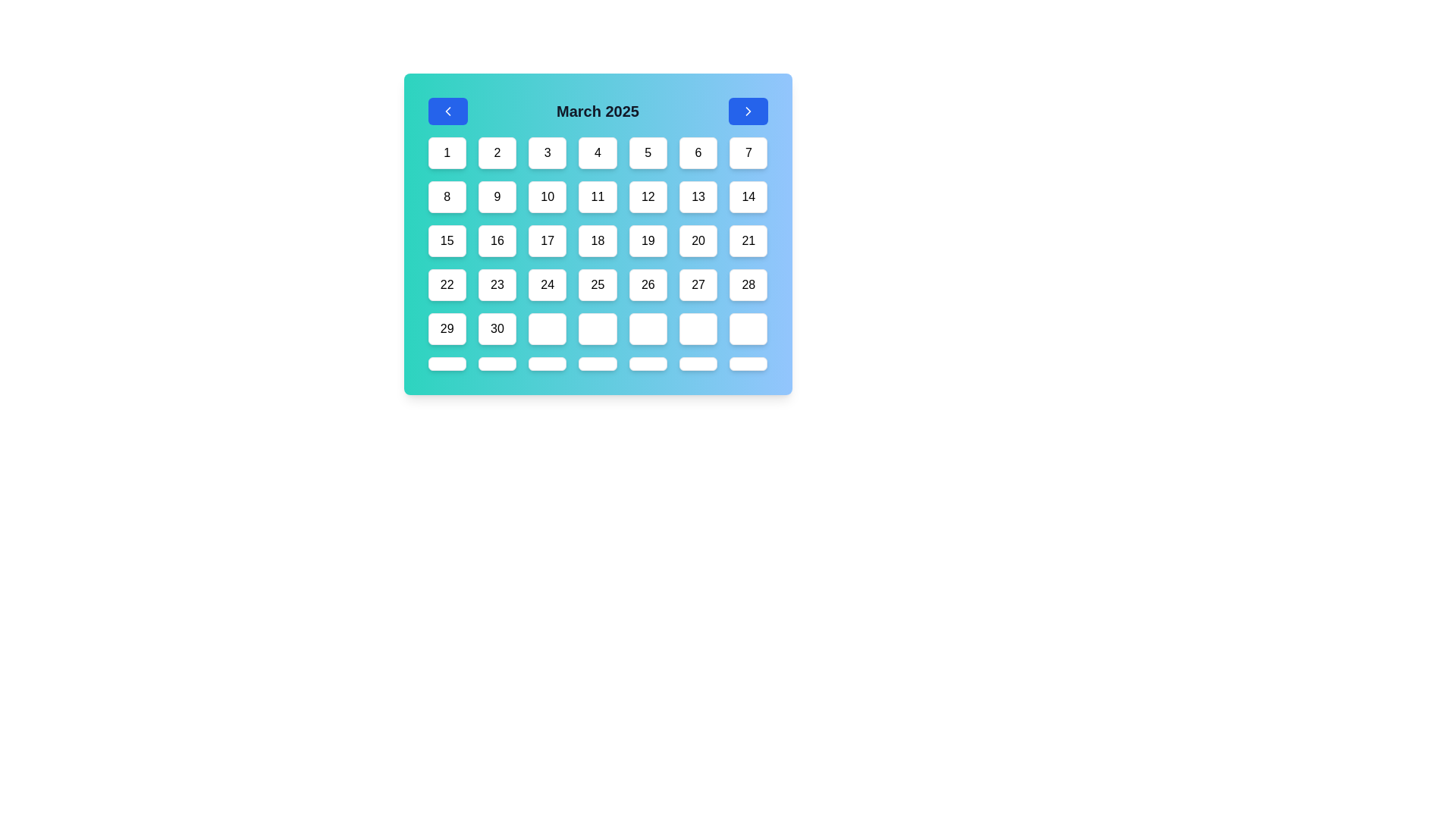 The height and width of the screenshot is (819, 1456). I want to click on the rectangular button labeled '26' in the fifth row and fourth column of the calendar grid for March 2025, so click(648, 284).